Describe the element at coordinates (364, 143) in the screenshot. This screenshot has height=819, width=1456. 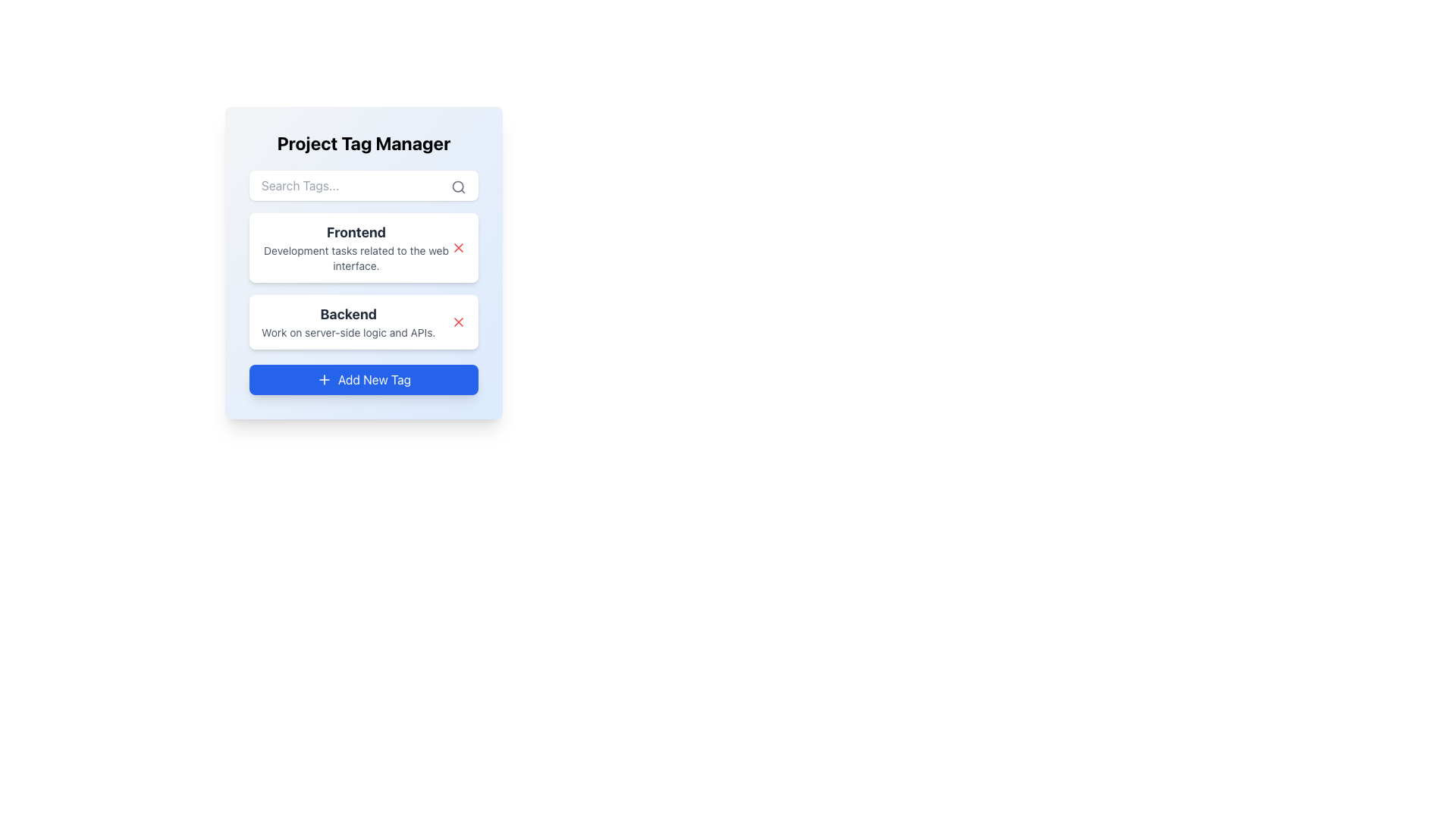
I see `bold, large-sized header displaying 'Project Tag Manager' at the top of its module` at that location.